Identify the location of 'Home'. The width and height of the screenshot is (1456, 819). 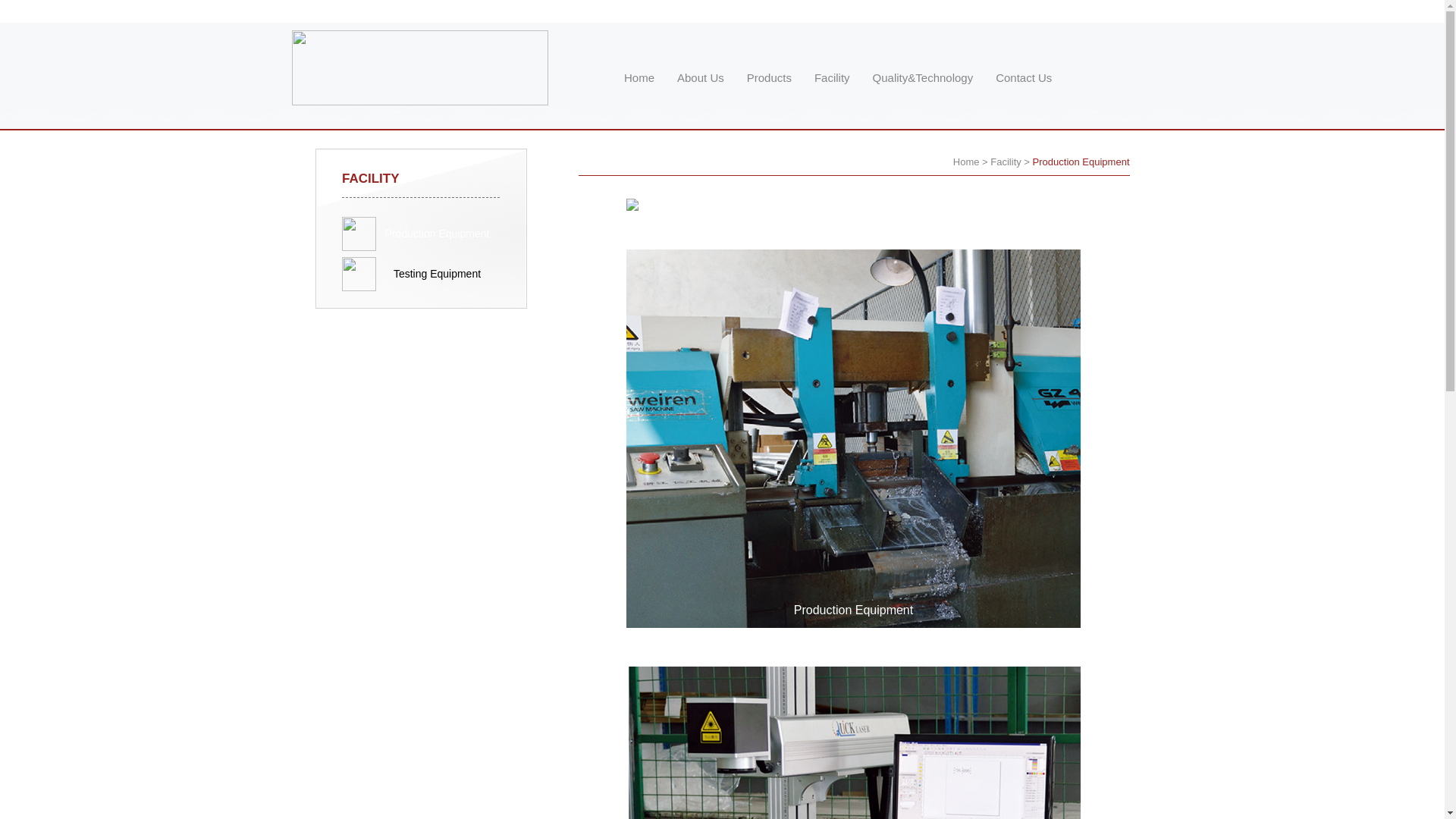
(965, 162).